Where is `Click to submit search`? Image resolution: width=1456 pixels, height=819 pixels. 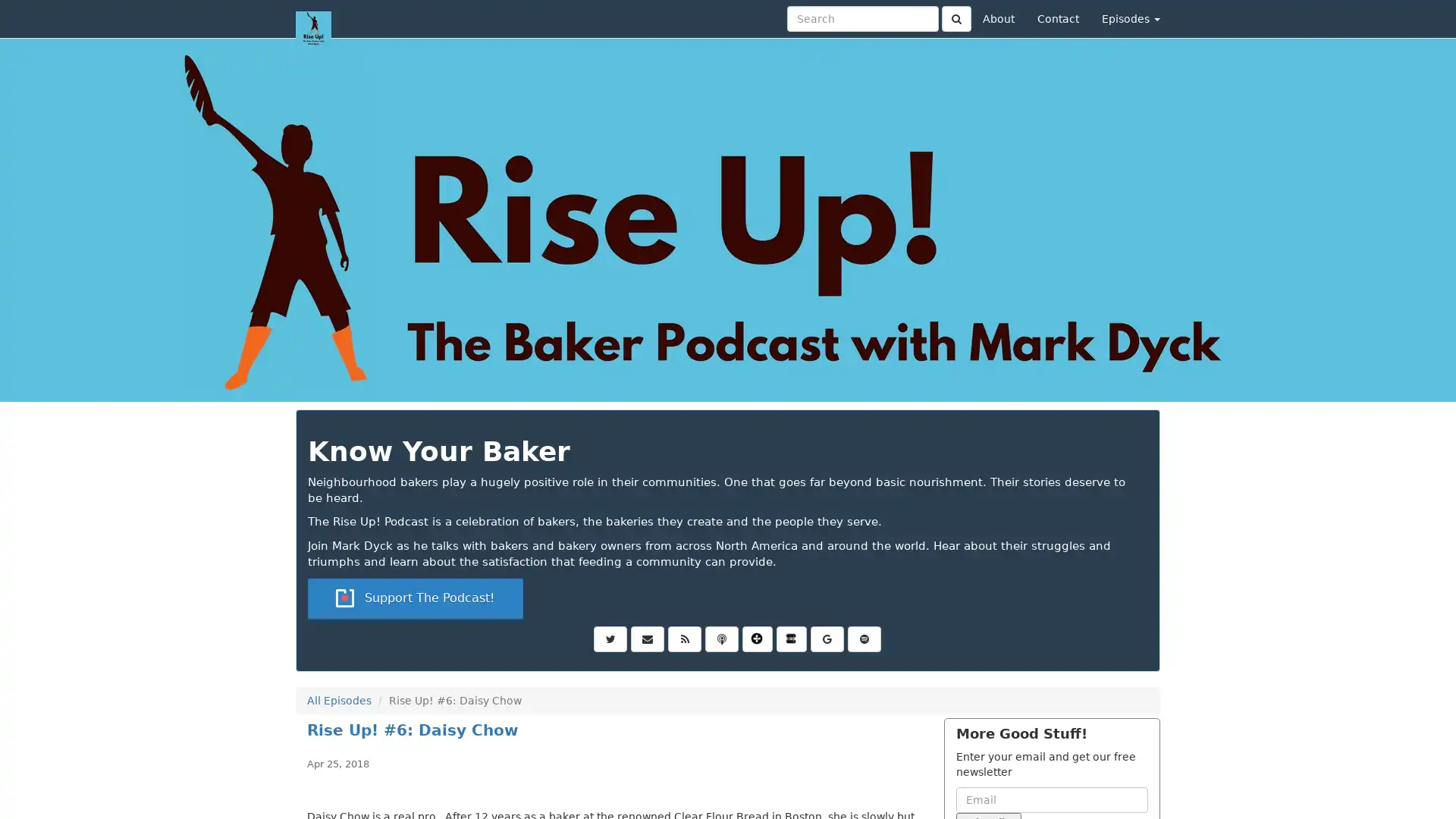 Click to submit search is located at coordinates (955, 18).